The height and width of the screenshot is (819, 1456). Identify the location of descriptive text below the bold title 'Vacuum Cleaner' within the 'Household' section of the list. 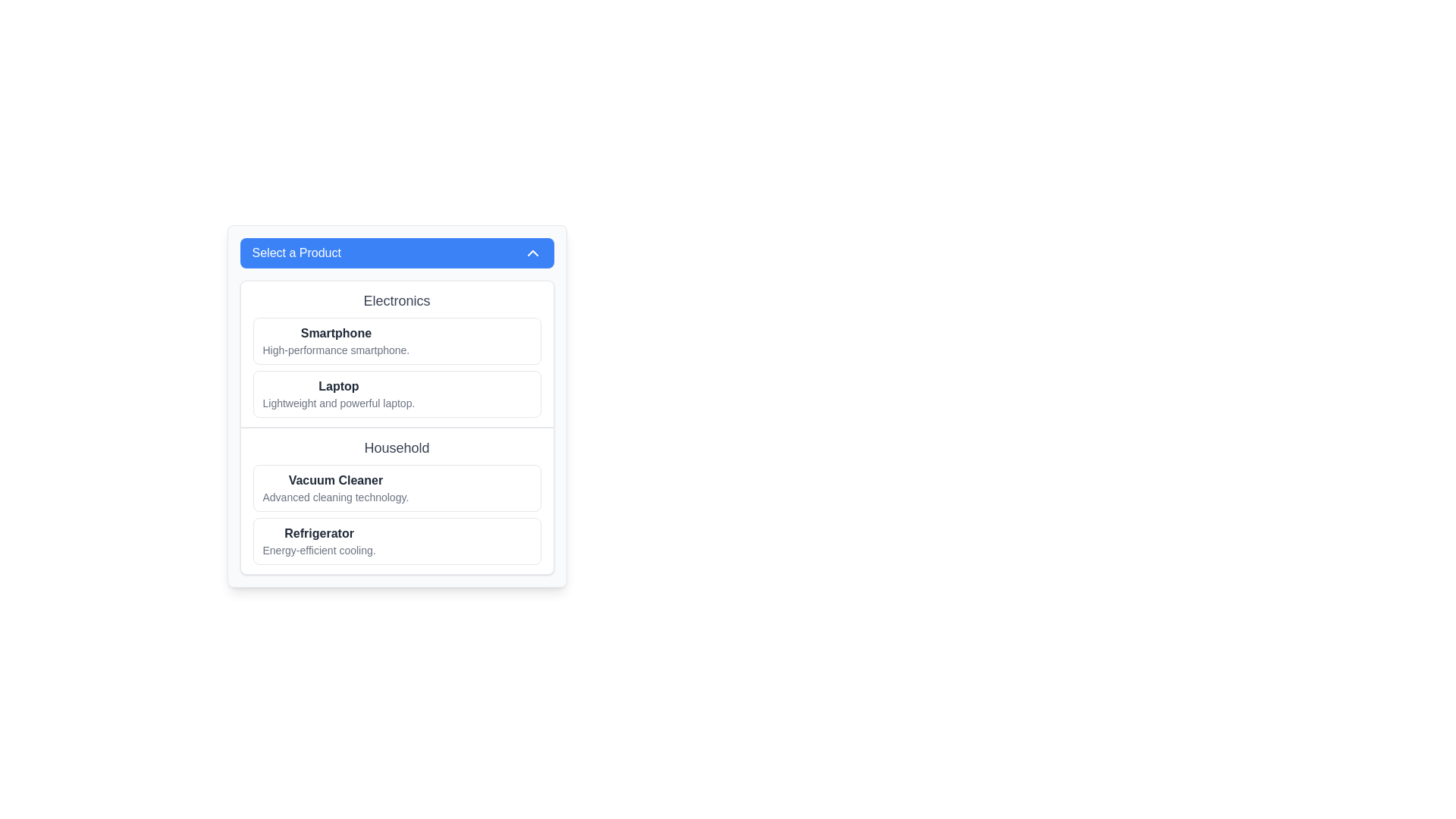
(334, 497).